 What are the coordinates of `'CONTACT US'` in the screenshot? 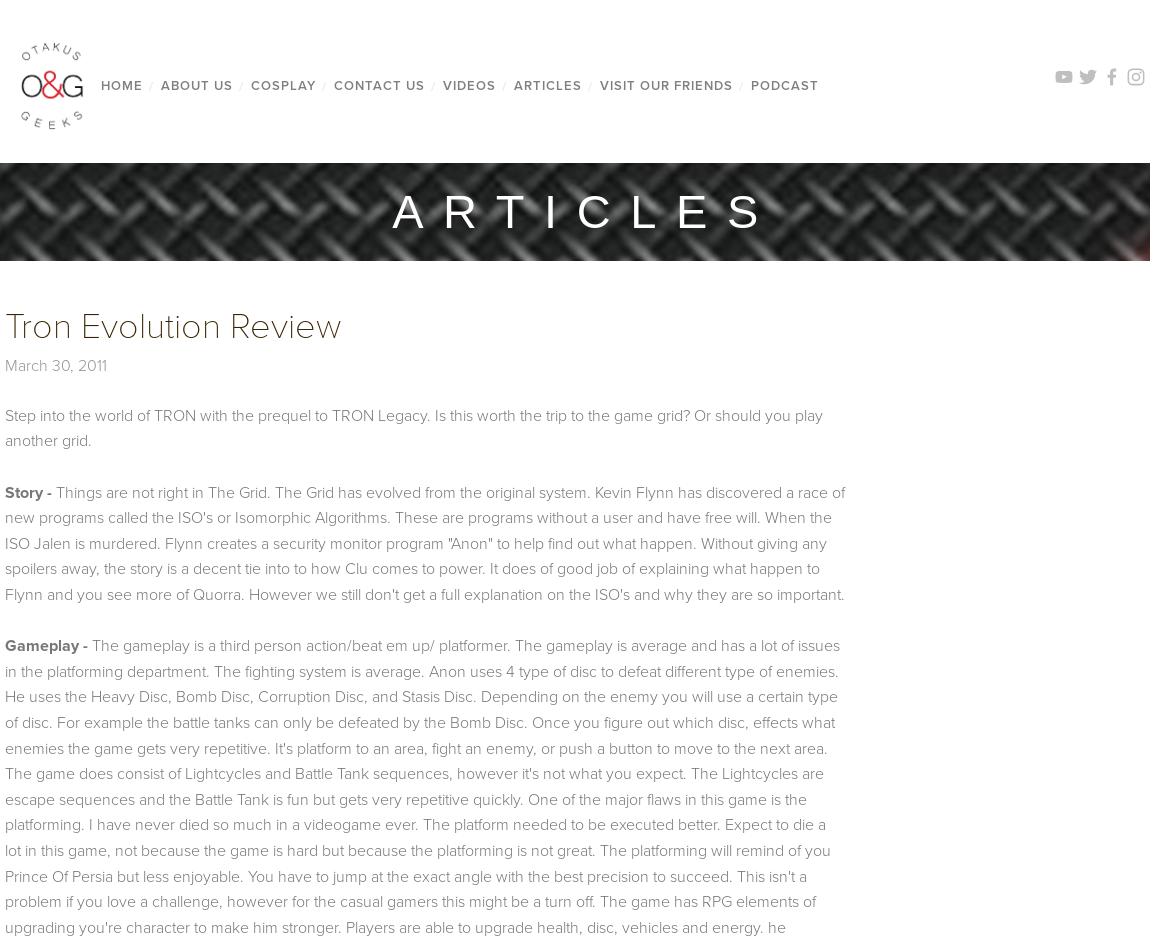 It's located at (377, 85).